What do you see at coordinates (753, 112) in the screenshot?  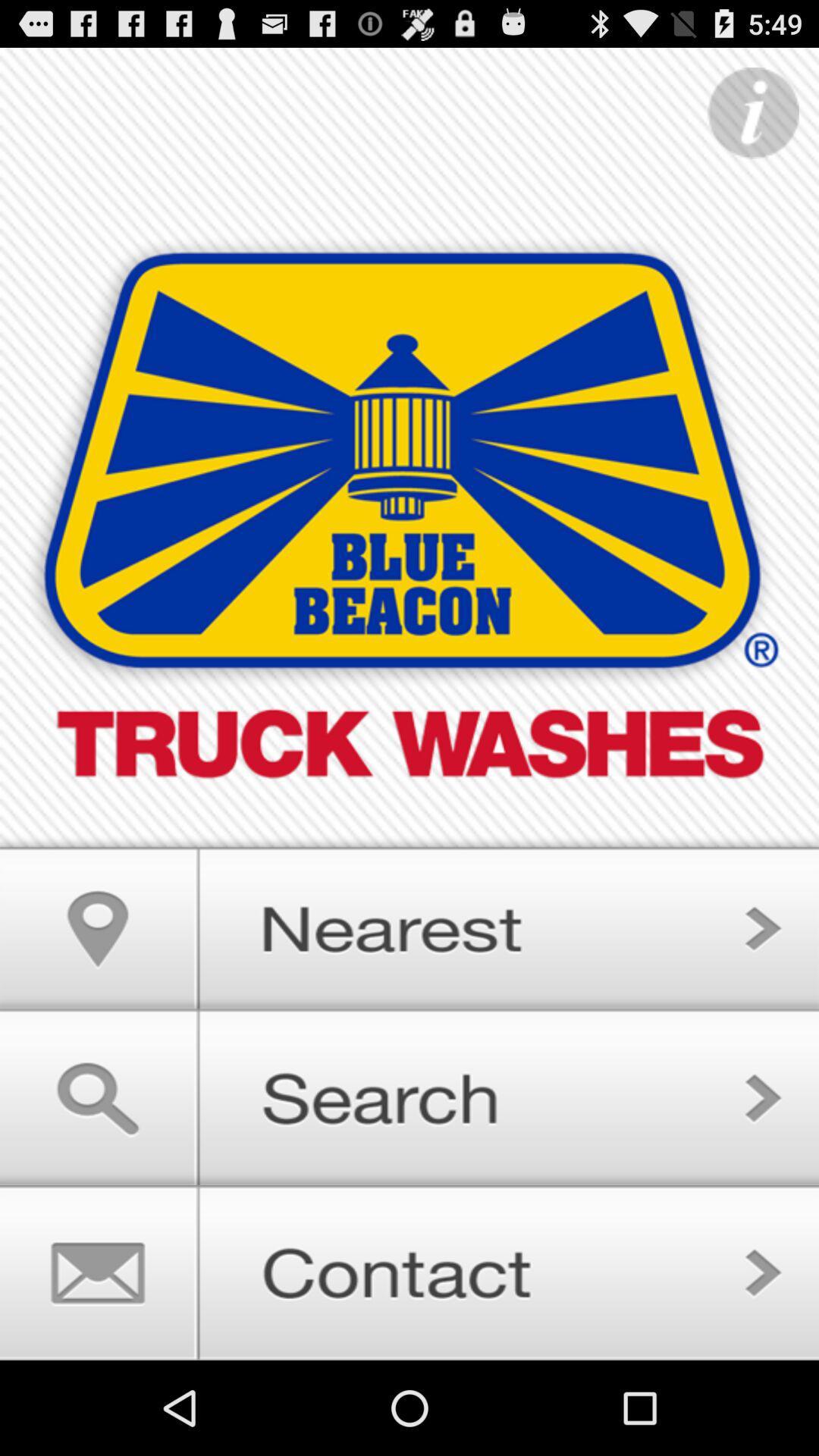 I see `help` at bounding box center [753, 112].